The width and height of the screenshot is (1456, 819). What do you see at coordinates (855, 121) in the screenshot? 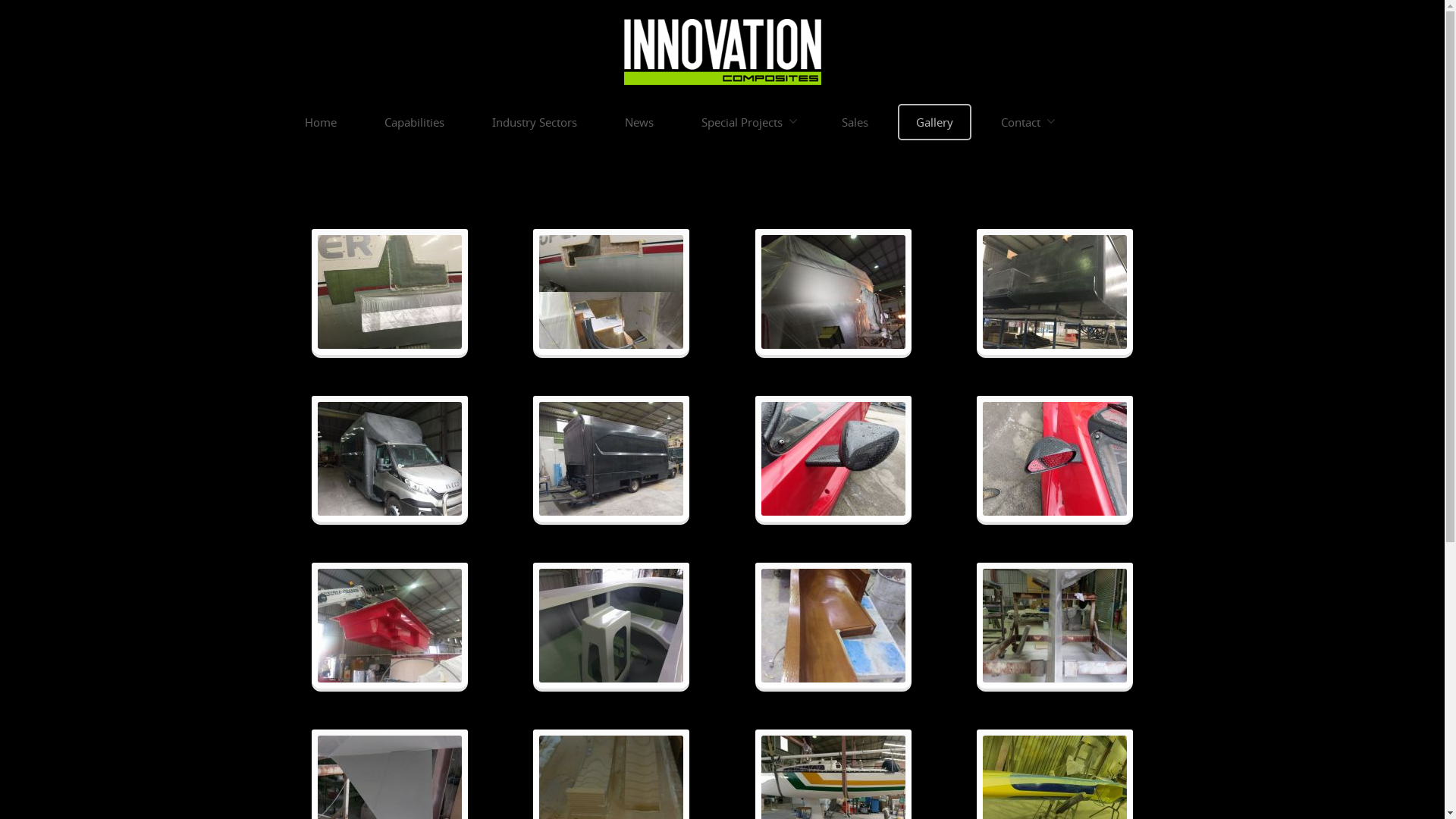
I see `'Sales'` at bounding box center [855, 121].